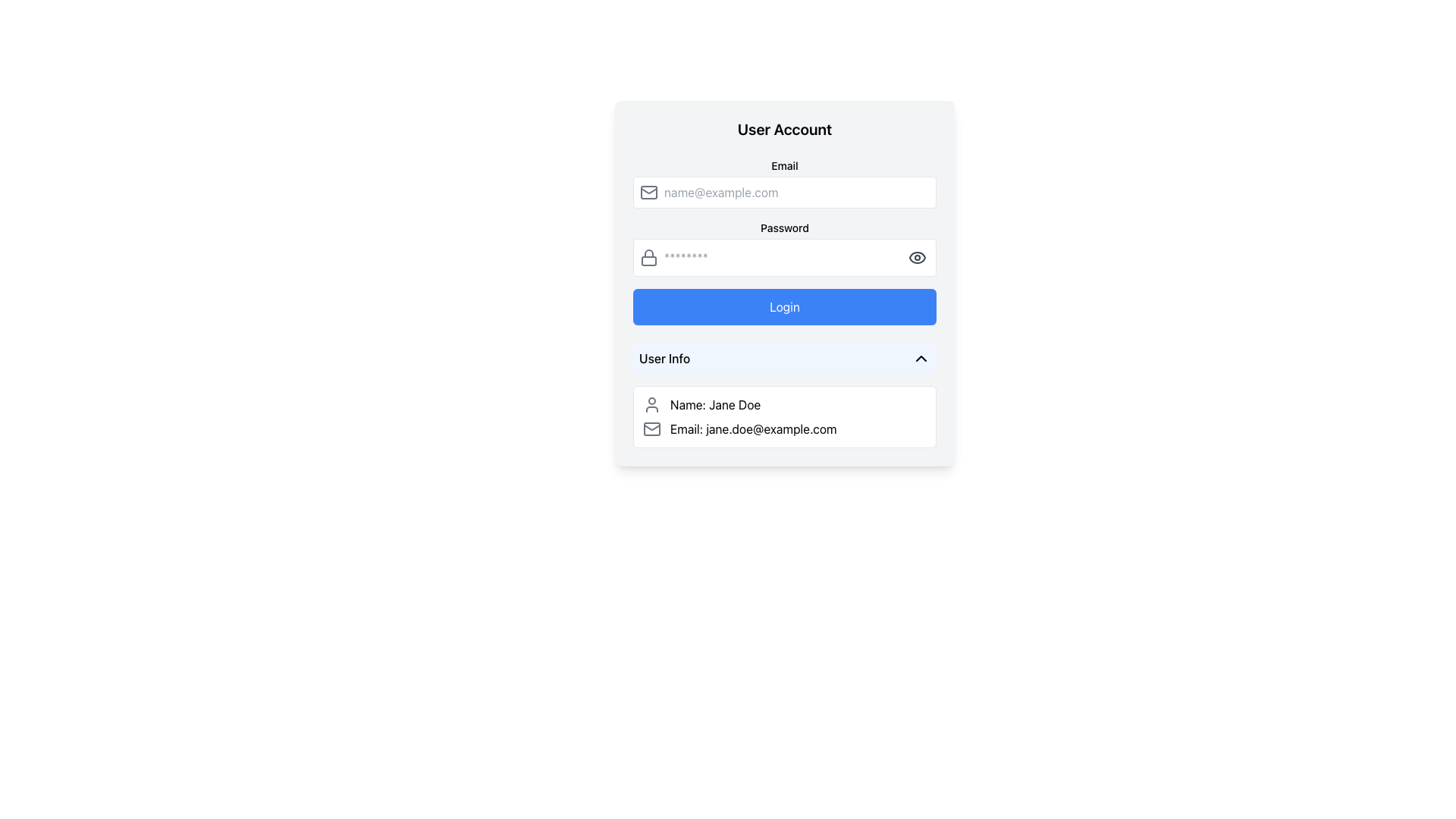 This screenshot has width=1456, height=819. I want to click on the Information display card located in the 'User Info' section, so click(785, 417).